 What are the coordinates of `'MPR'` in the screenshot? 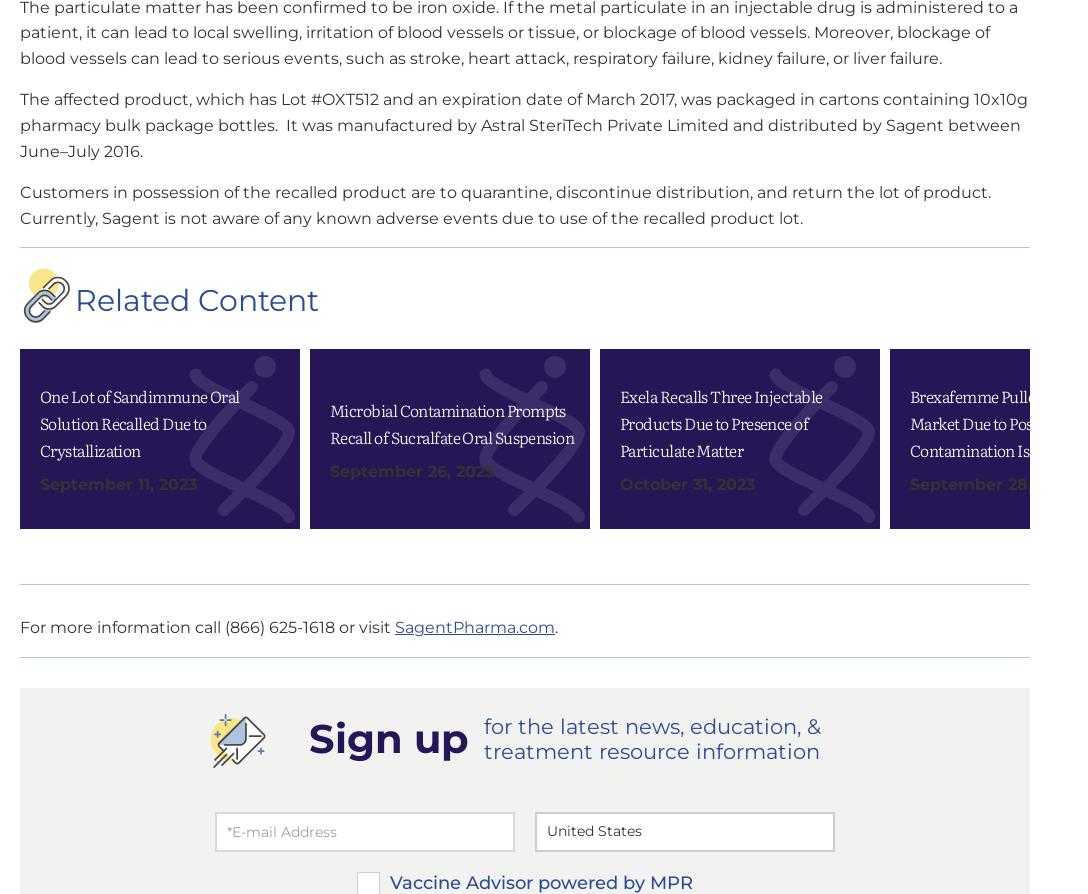 It's located at (737, 467).